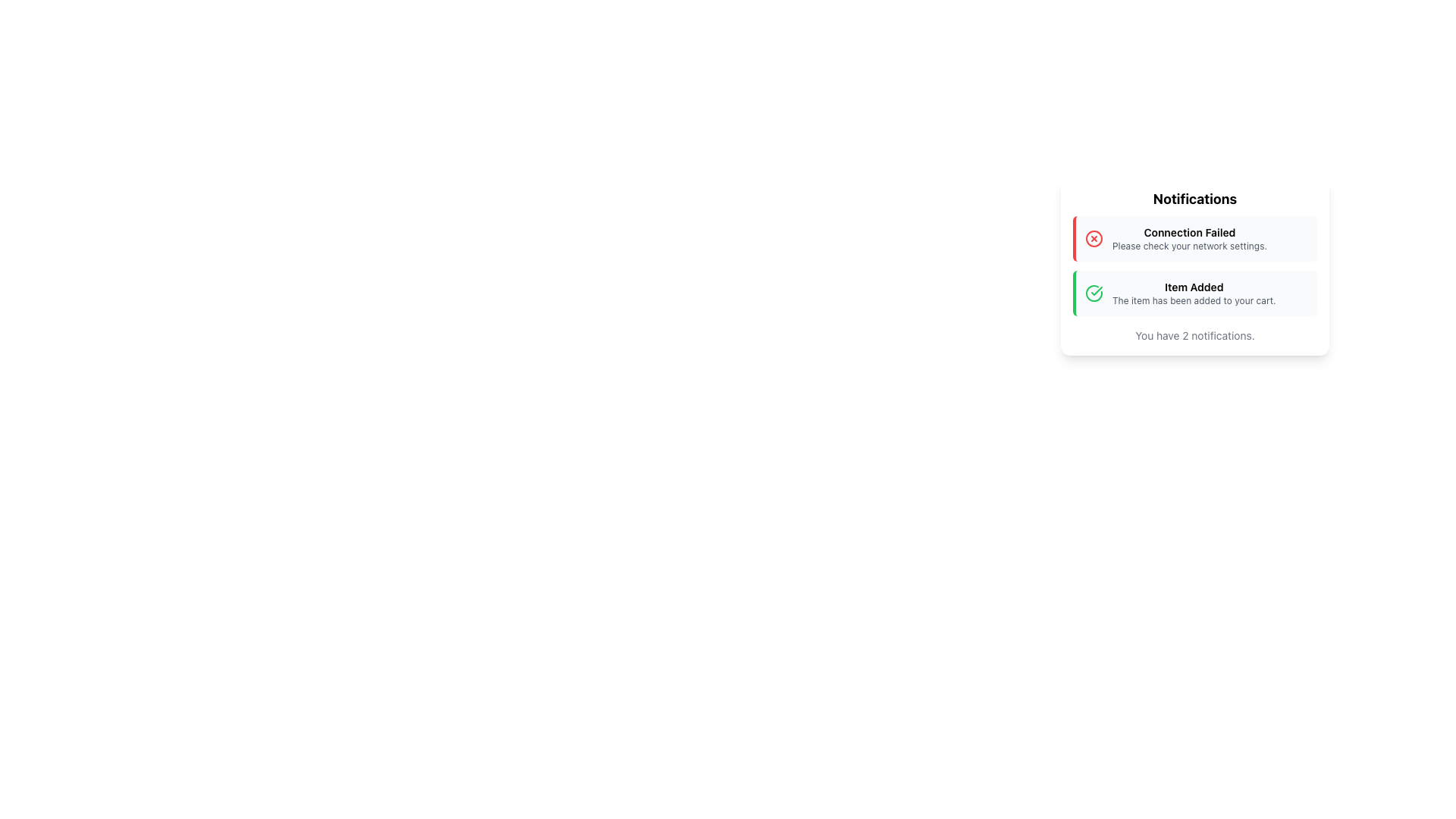 The image size is (1456, 819). I want to click on text displayed in the Text Label that says 'You have 2 notifications.', which is styled in a small gray font and positioned underneath two notification cards, so click(1194, 329).